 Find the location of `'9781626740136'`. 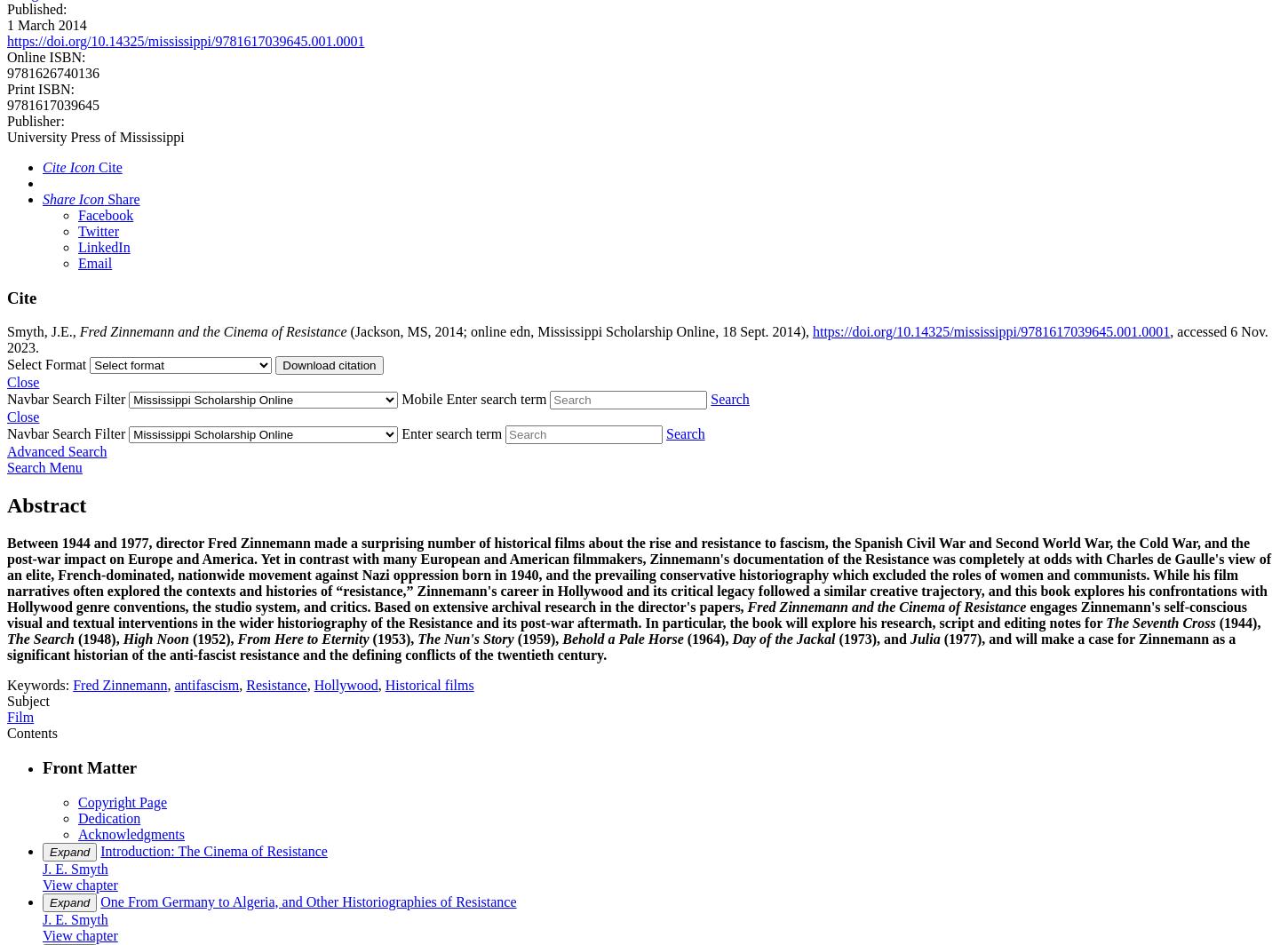

'9781626740136' is located at coordinates (53, 72).